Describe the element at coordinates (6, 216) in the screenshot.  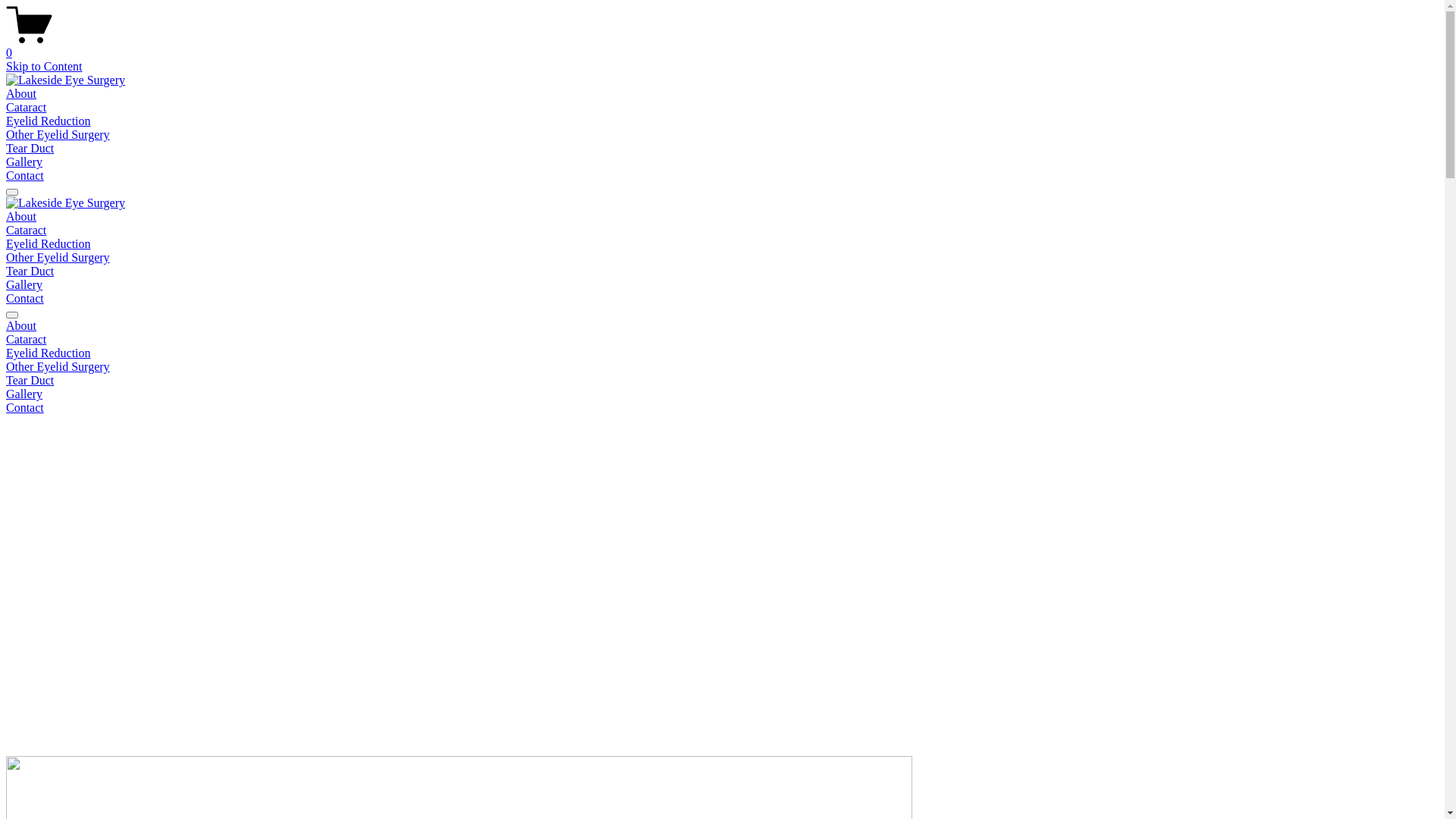
I see `'About'` at that location.